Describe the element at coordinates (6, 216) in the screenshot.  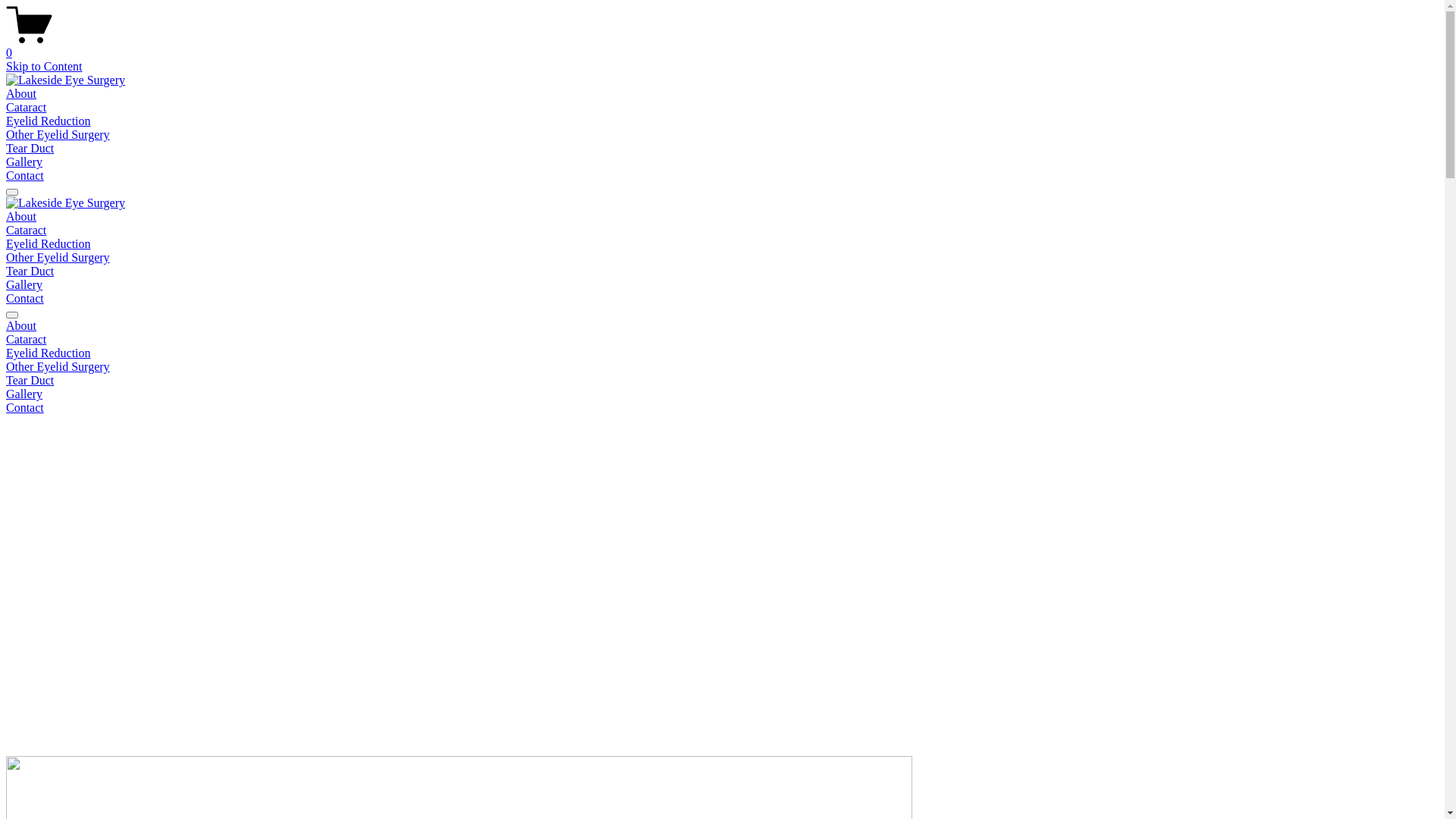
I see `'About'` at that location.